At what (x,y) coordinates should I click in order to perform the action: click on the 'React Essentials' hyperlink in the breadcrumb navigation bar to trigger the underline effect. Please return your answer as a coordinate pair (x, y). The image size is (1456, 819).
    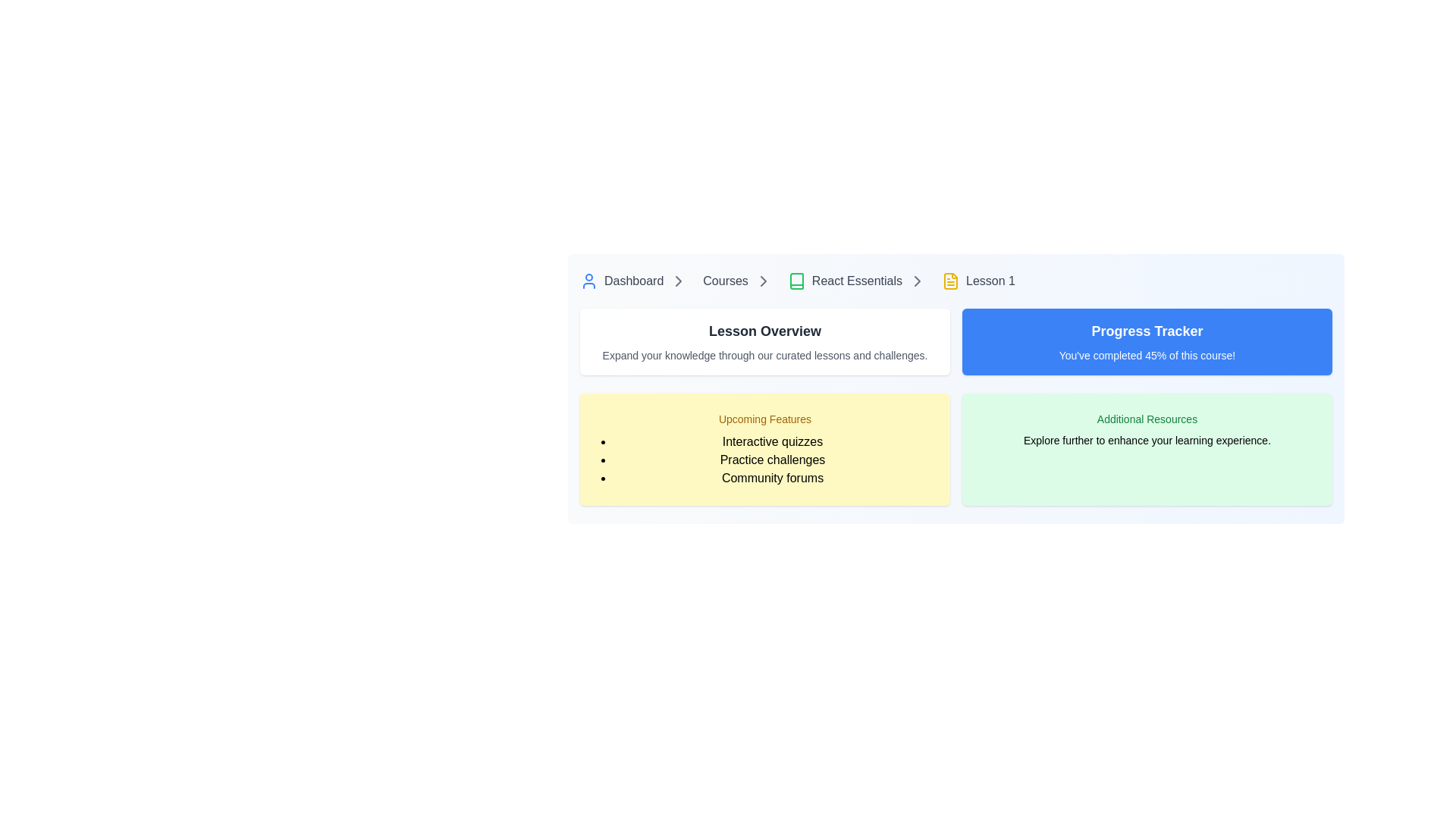
    Looking at the image, I should click on (844, 281).